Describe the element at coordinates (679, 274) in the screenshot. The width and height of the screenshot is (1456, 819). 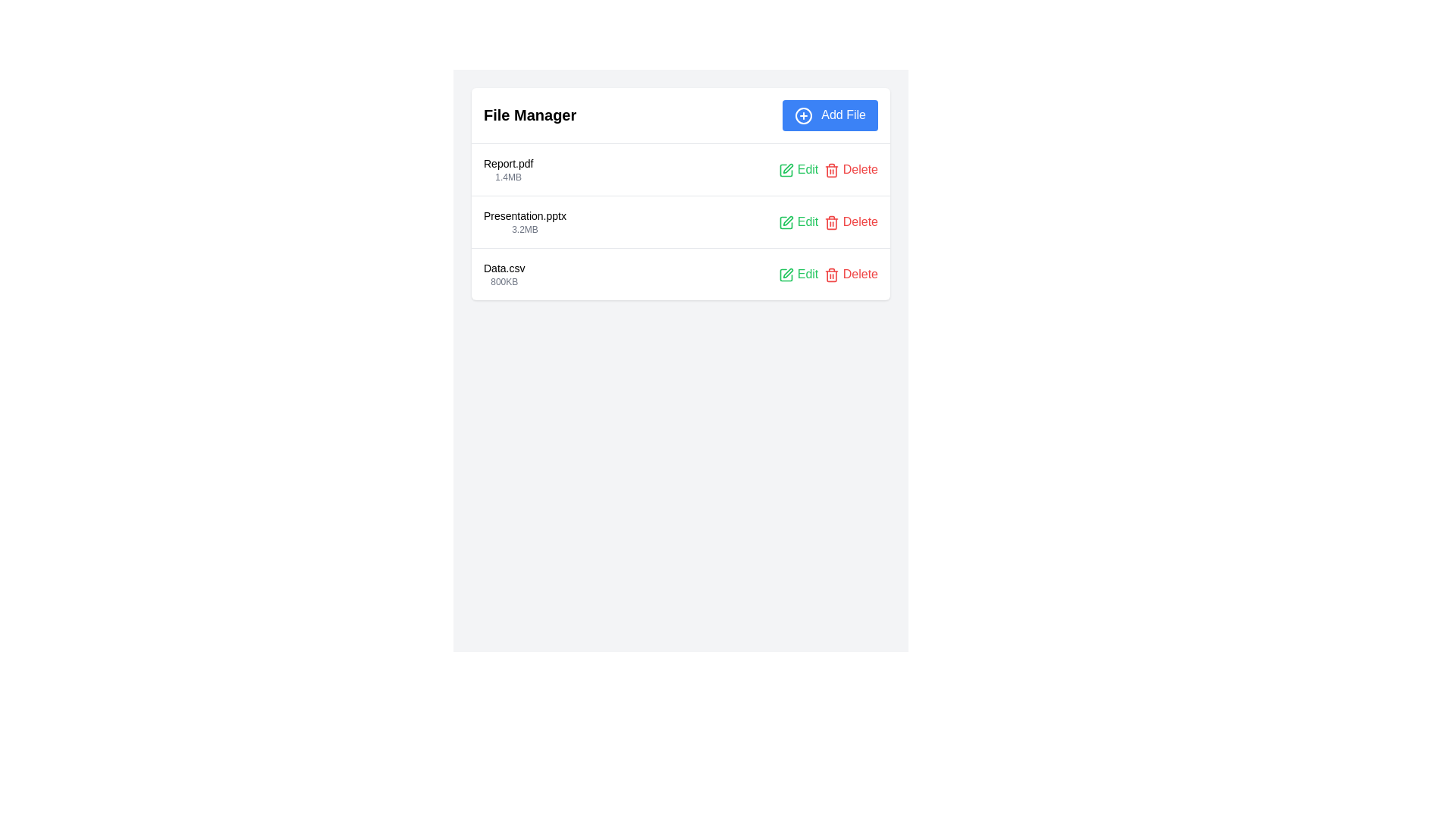
I see `the third row in the file management list, which represents a file entry, located under the 'File Manager' section` at that location.